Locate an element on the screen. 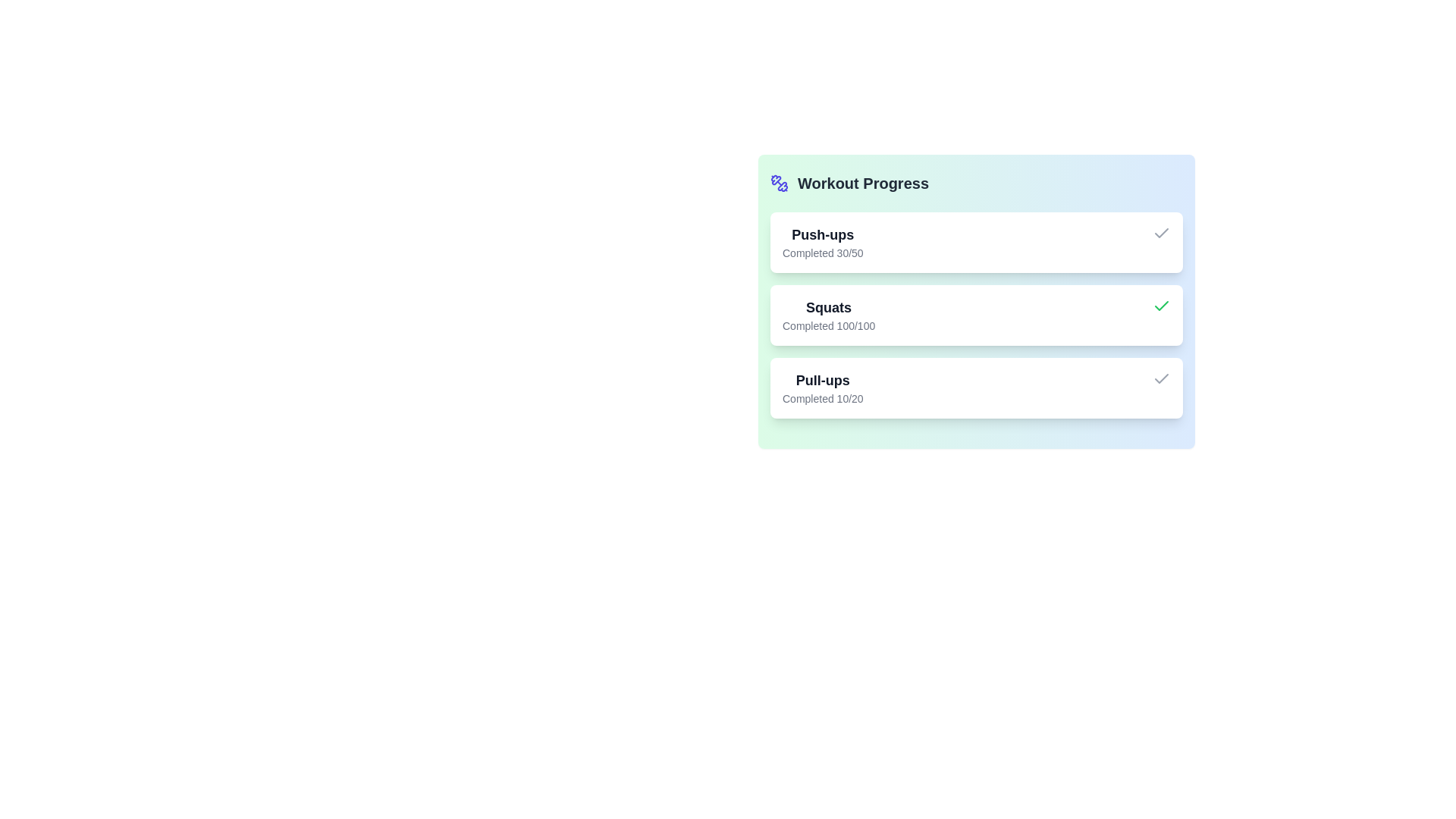  the text block displaying the progress of 'Push-ups' at the top of the workout progress dashboard is located at coordinates (822, 242).